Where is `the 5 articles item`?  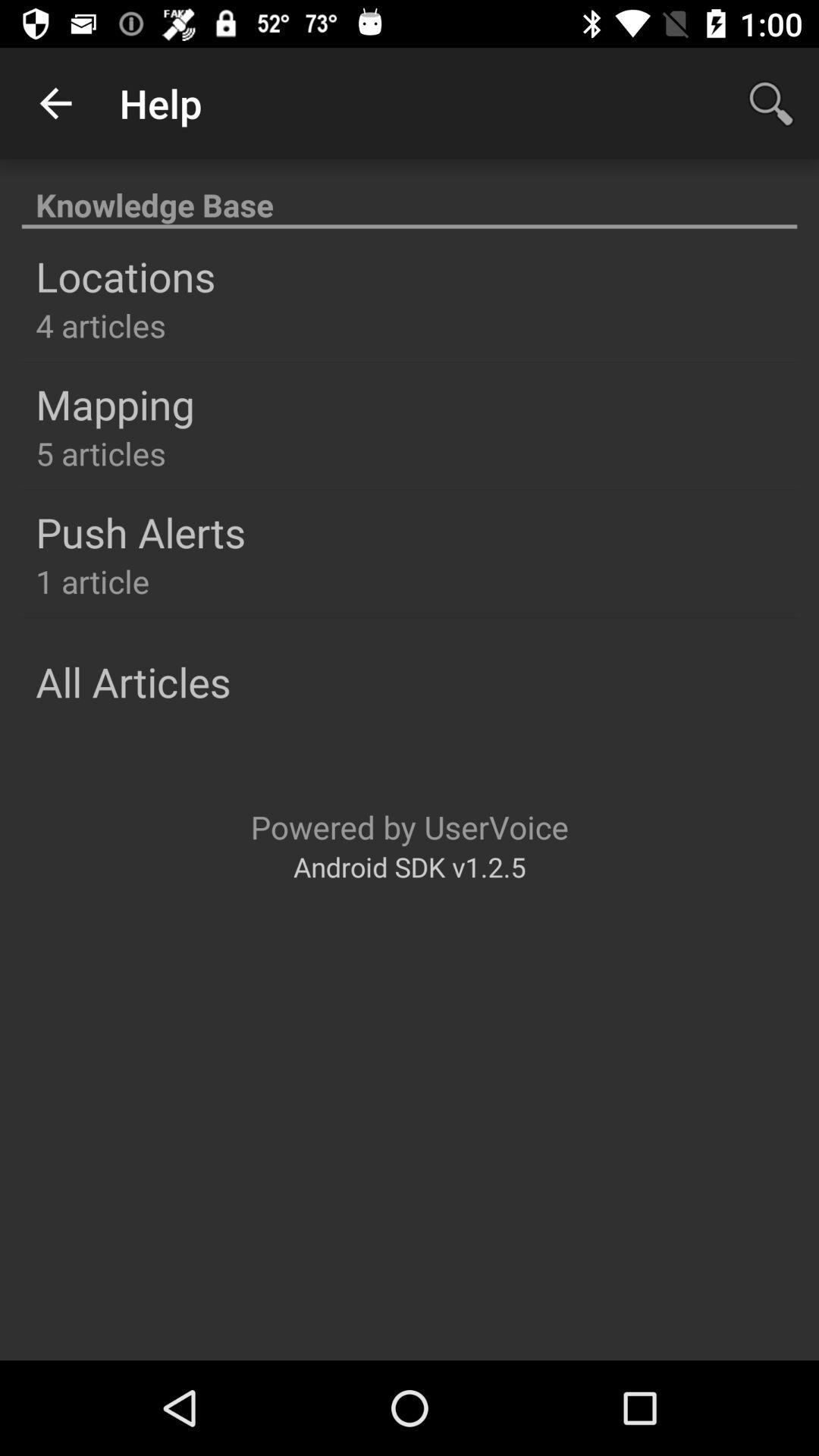 the 5 articles item is located at coordinates (101, 452).